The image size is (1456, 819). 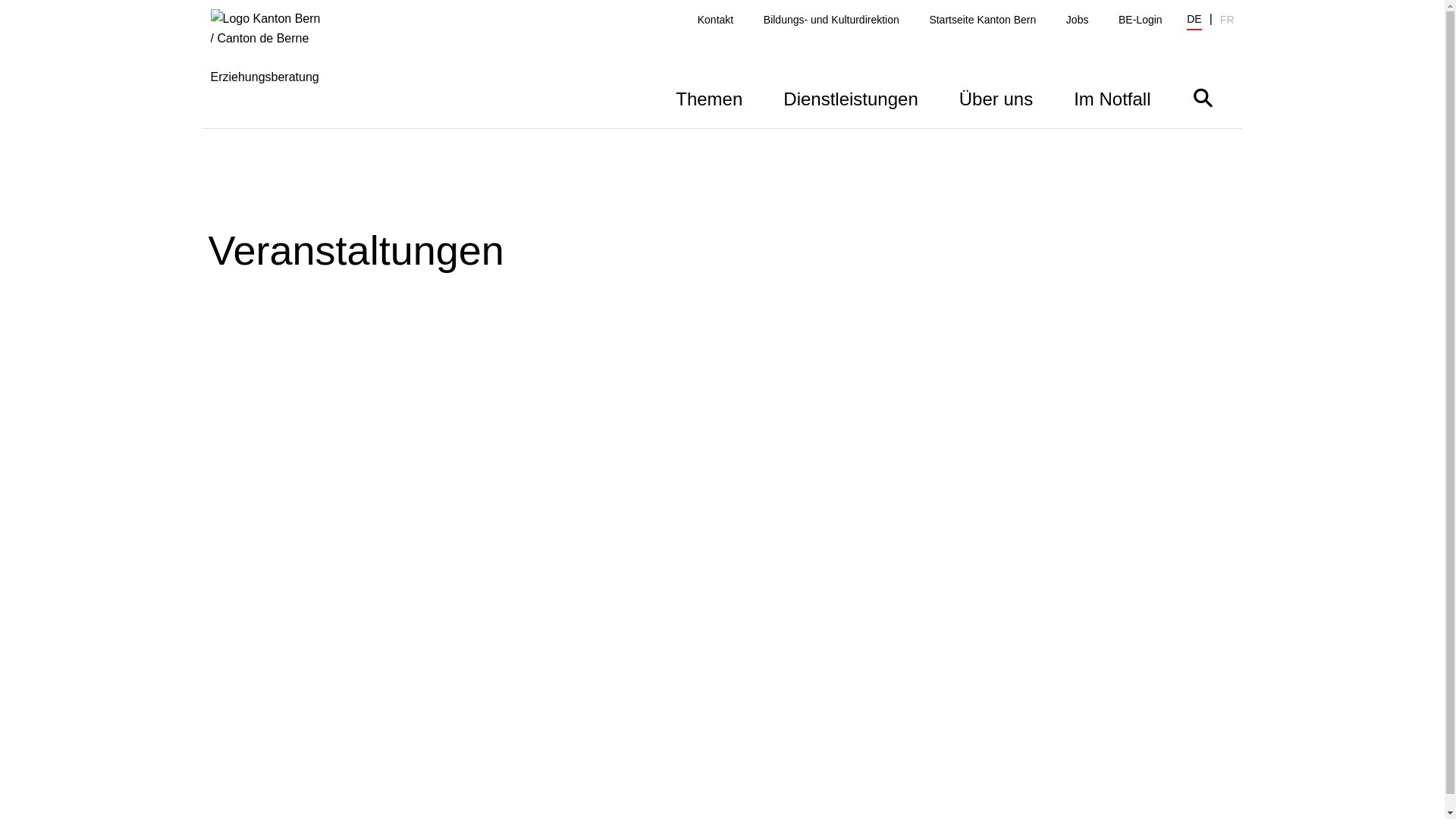 I want to click on 'Erziehungsberatung', so click(x=276, y=67).